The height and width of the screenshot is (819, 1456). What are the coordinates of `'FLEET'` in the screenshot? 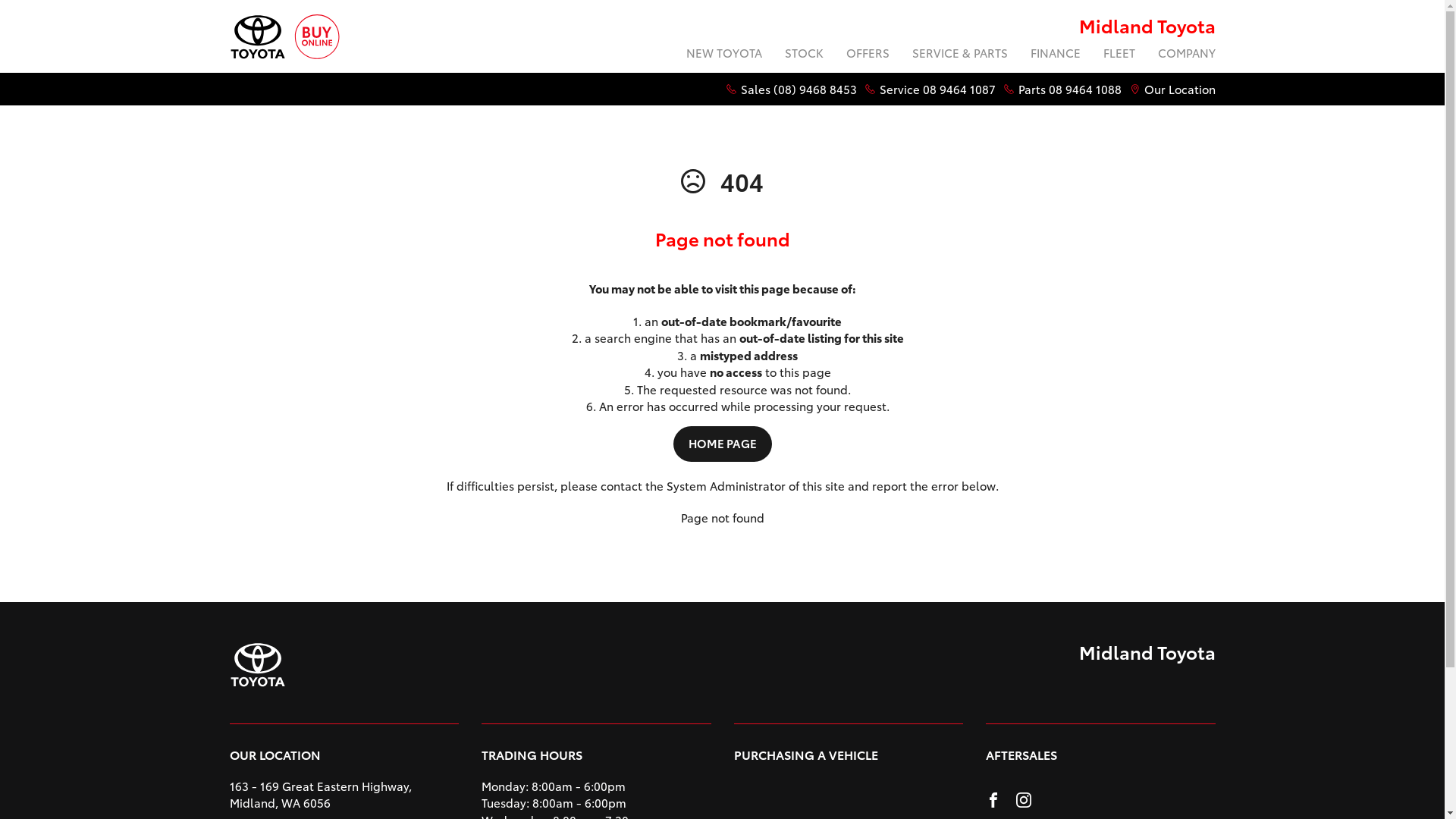 It's located at (1119, 54).